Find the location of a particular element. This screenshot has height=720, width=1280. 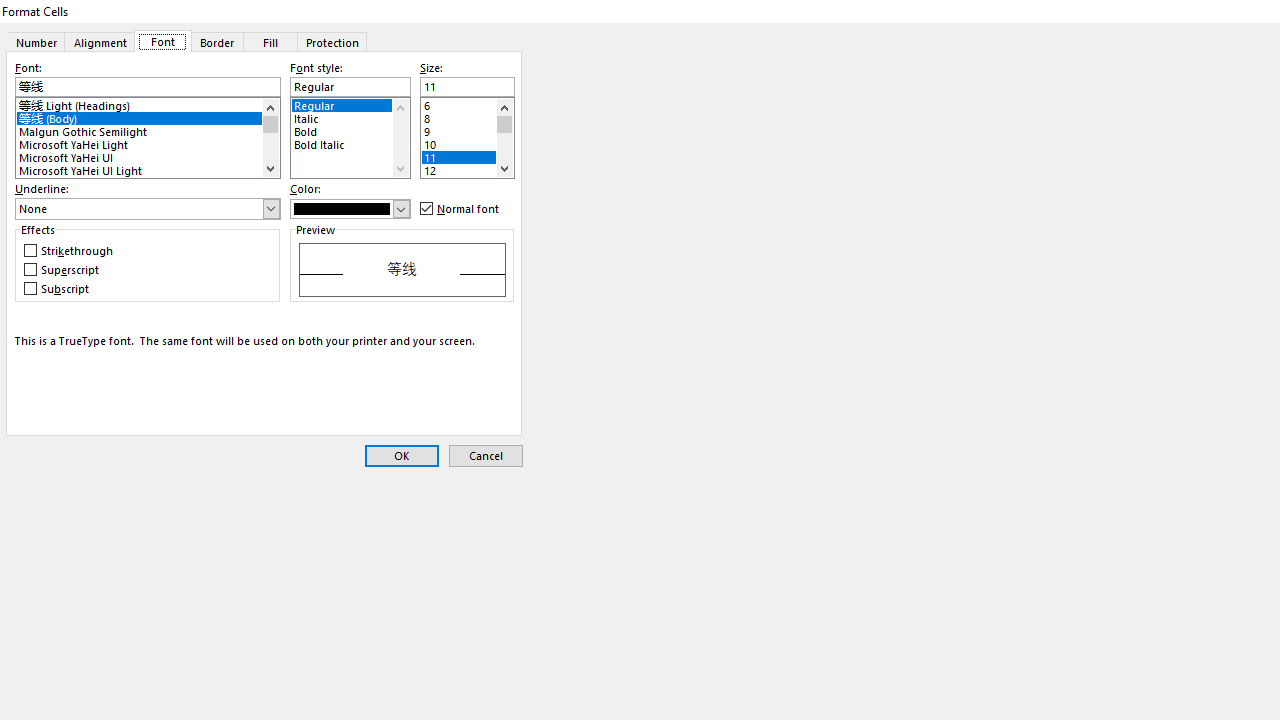

'Border' is located at coordinates (216, 41).